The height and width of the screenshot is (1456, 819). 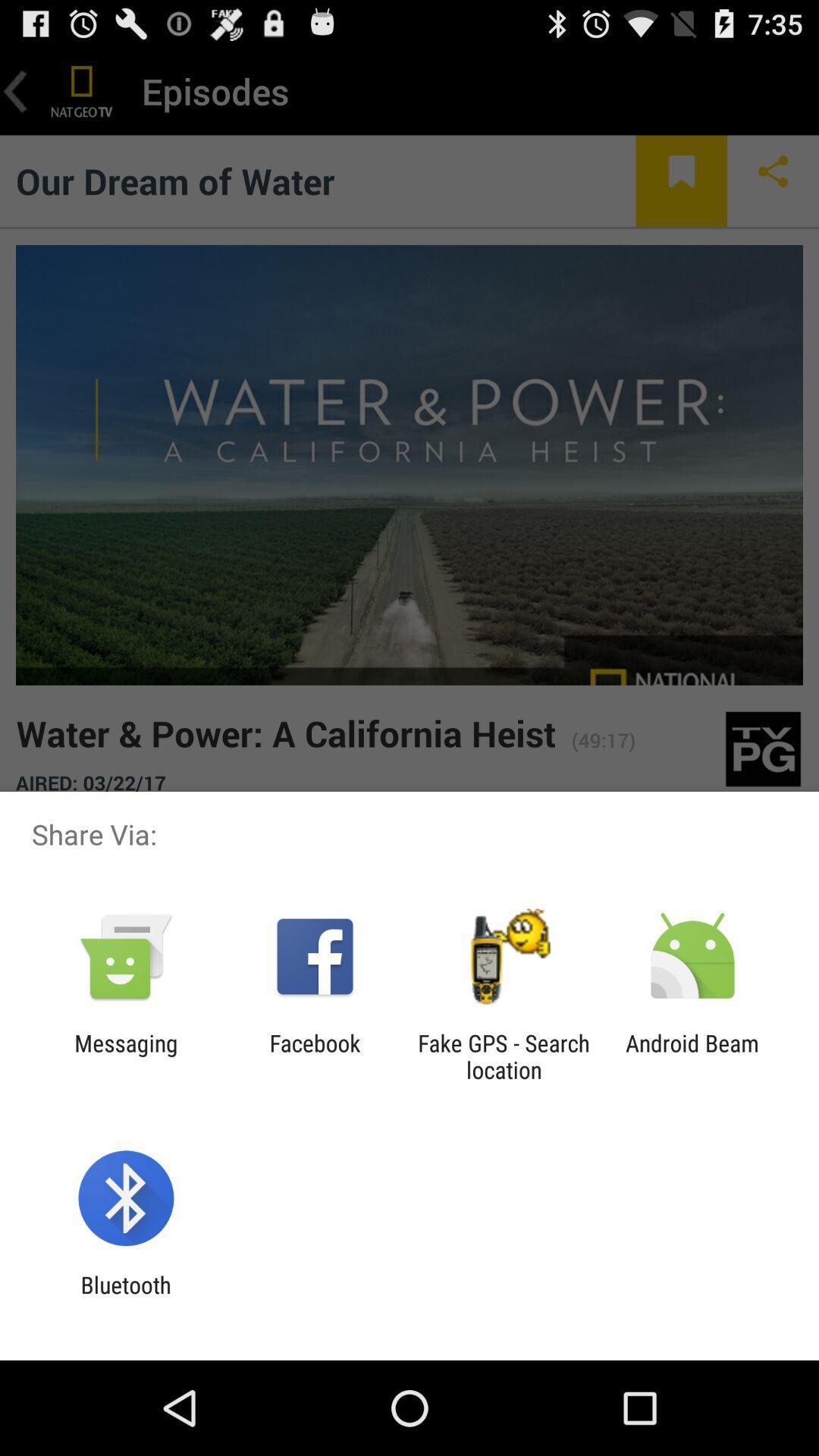 What do you see at coordinates (504, 1056) in the screenshot?
I see `the fake gps search item` at bounding box center [504, 1056].